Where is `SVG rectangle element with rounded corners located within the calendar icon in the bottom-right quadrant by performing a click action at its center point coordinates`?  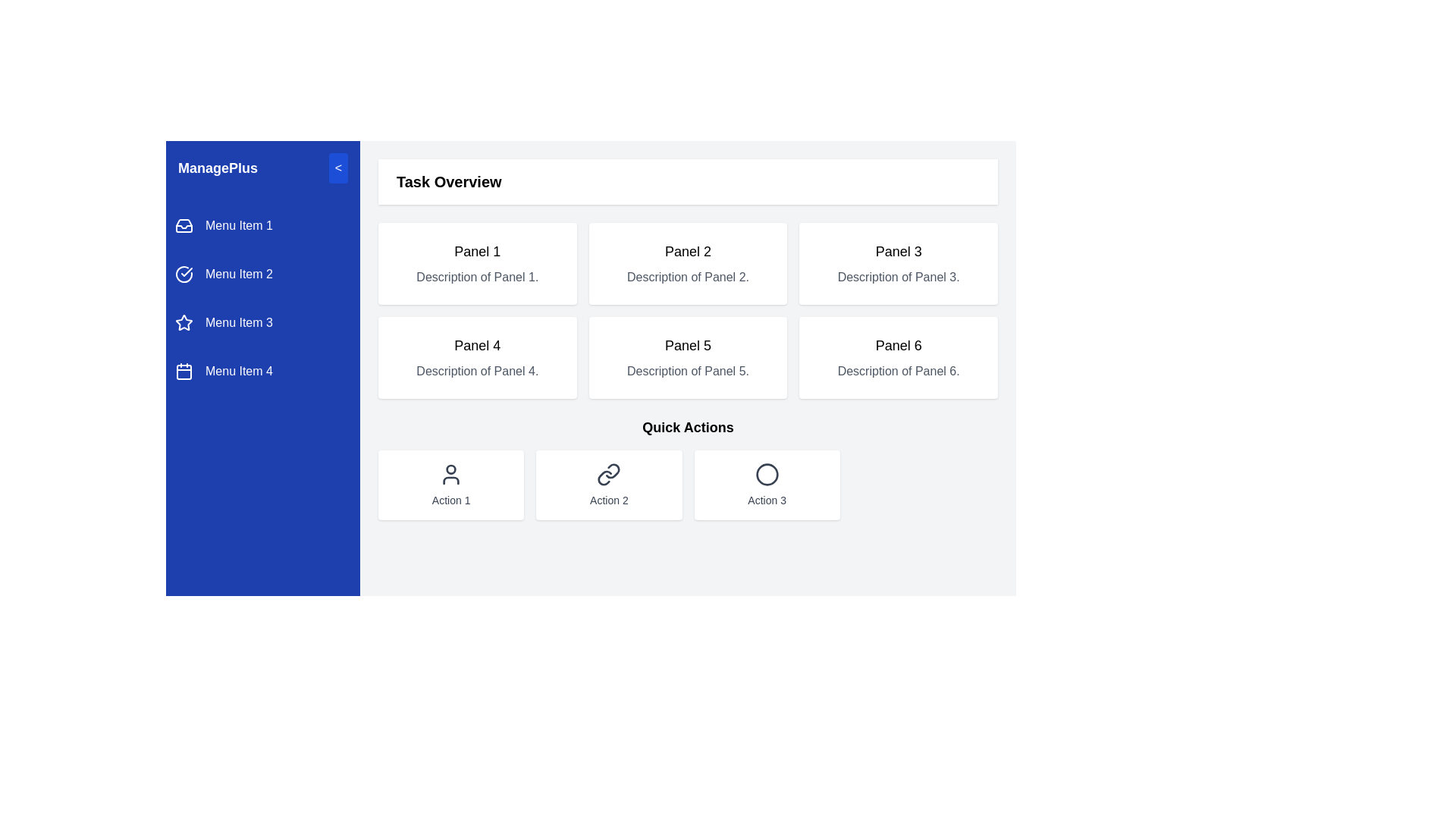 SVG rectangle element with rounded corners located within the calendar icon in the bottom-right quadrant by performing a click action at its center point coordinates is located at coordinates (184, 372).